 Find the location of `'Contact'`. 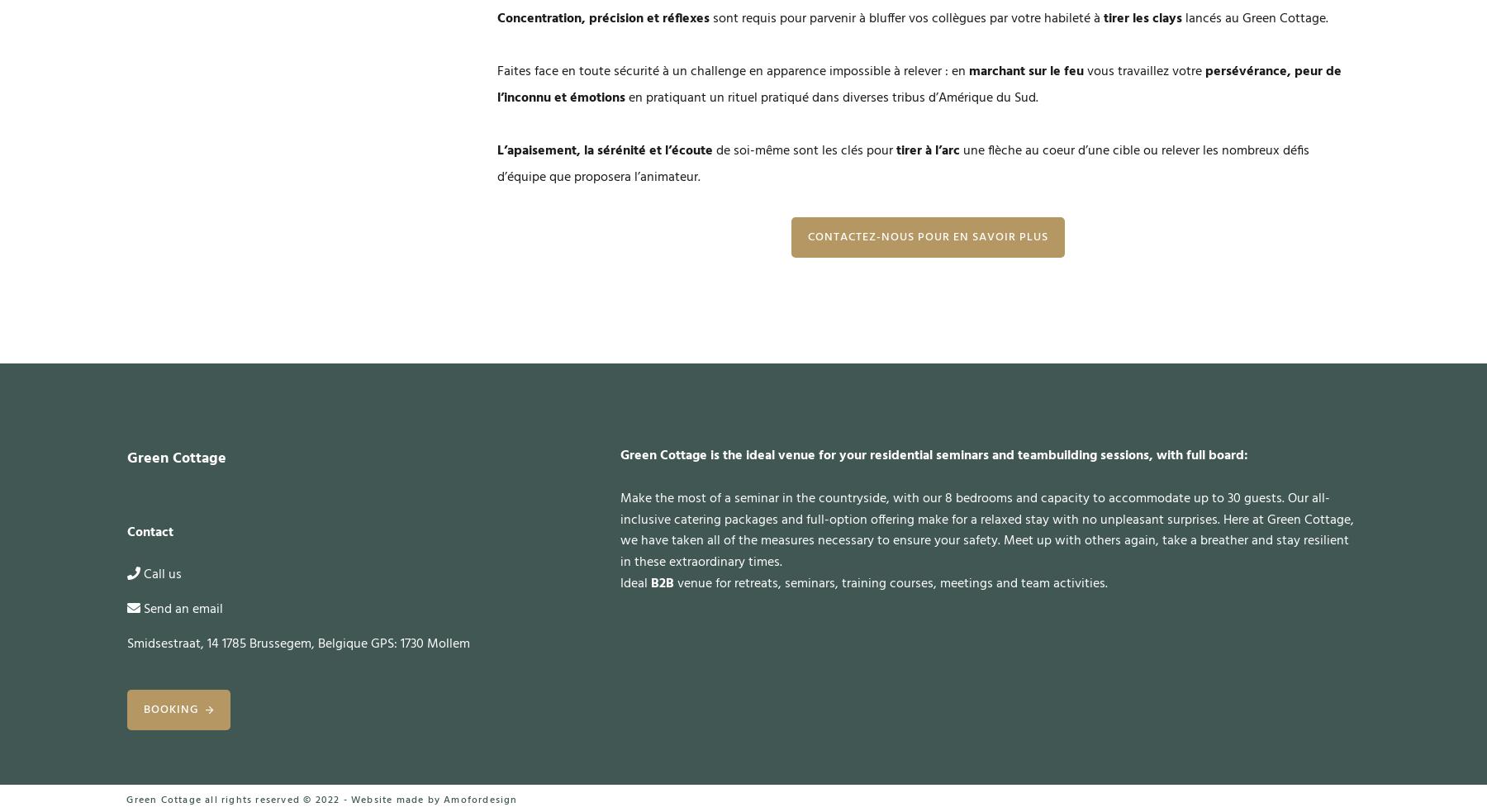

'Contact' is located at coordinates (150, 531).